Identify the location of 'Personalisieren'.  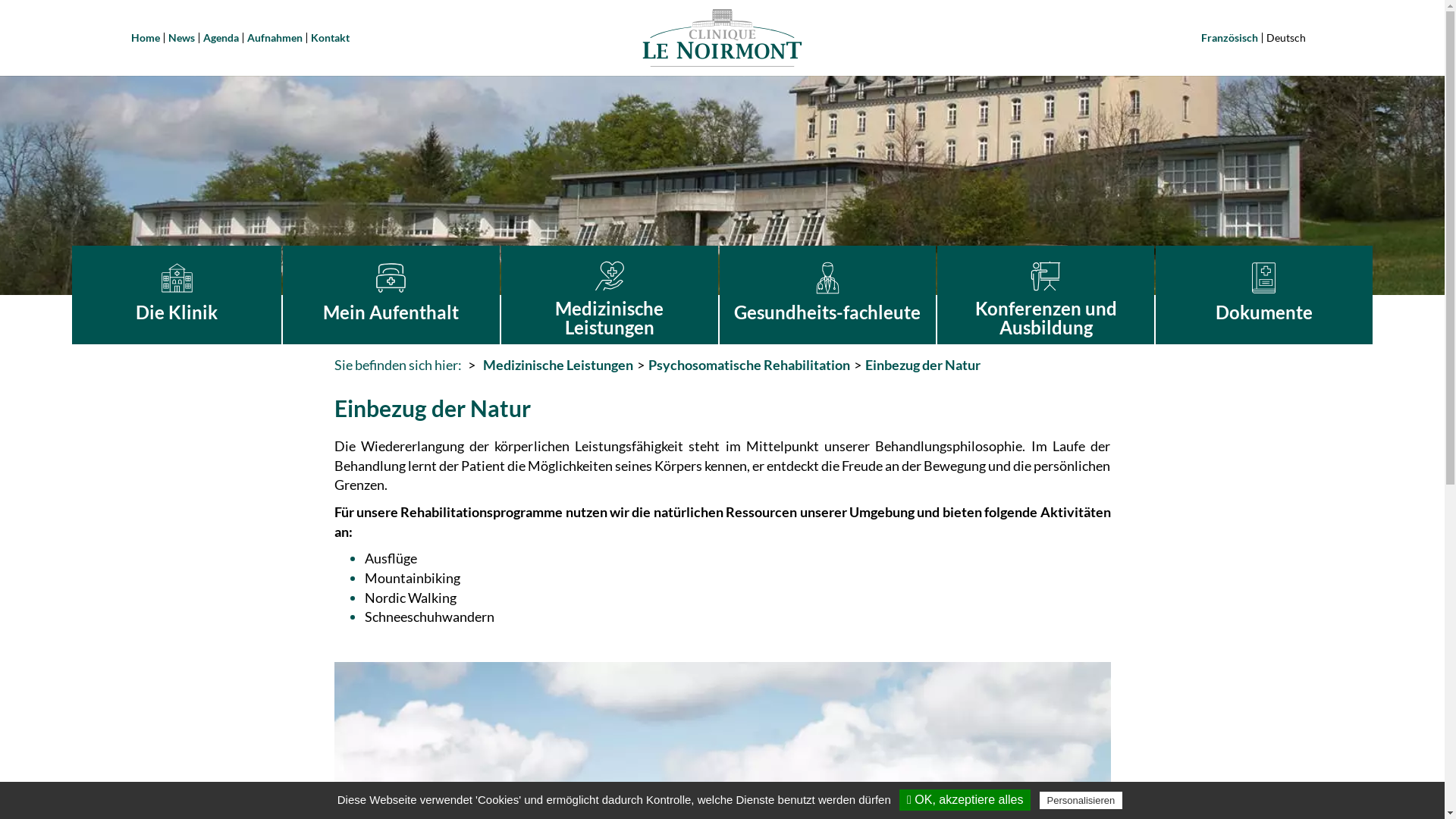
(1080, 799).